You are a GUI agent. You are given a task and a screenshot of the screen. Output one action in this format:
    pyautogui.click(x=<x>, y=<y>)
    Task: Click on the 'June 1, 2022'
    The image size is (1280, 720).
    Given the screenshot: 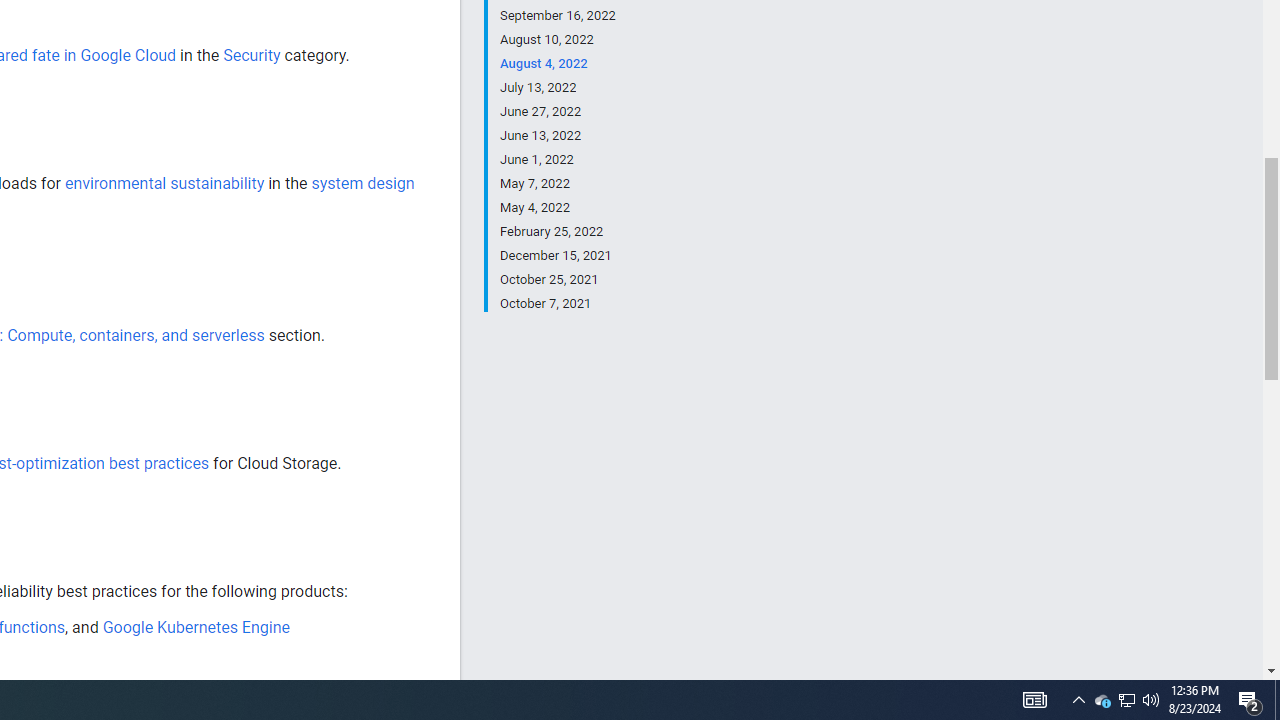 What is the action you would take?
    pyautogui.click(x=557, y=159)
    